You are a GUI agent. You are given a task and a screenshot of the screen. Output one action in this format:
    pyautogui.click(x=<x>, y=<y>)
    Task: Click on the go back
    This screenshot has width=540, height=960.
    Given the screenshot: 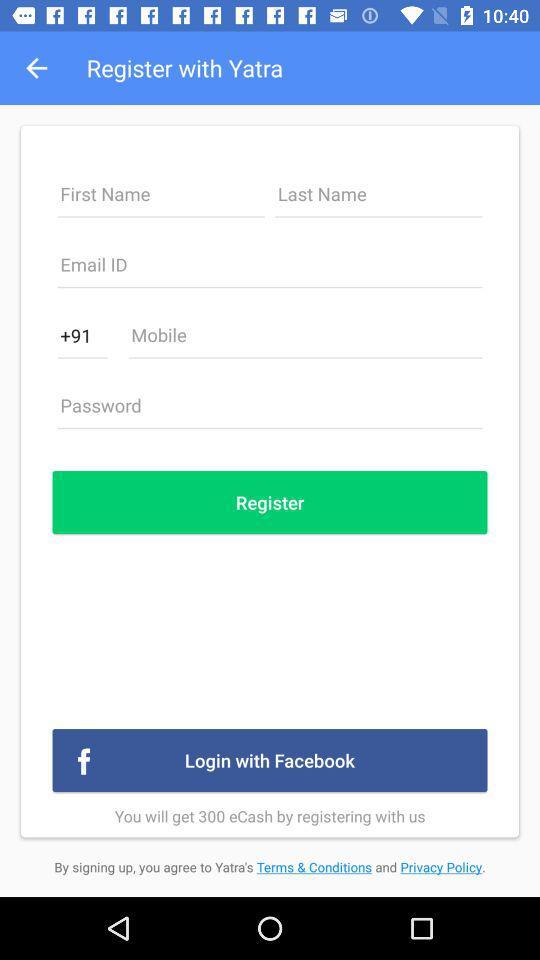 What is the action you would take?
    pyautogui.click(x=270, y=269)
    